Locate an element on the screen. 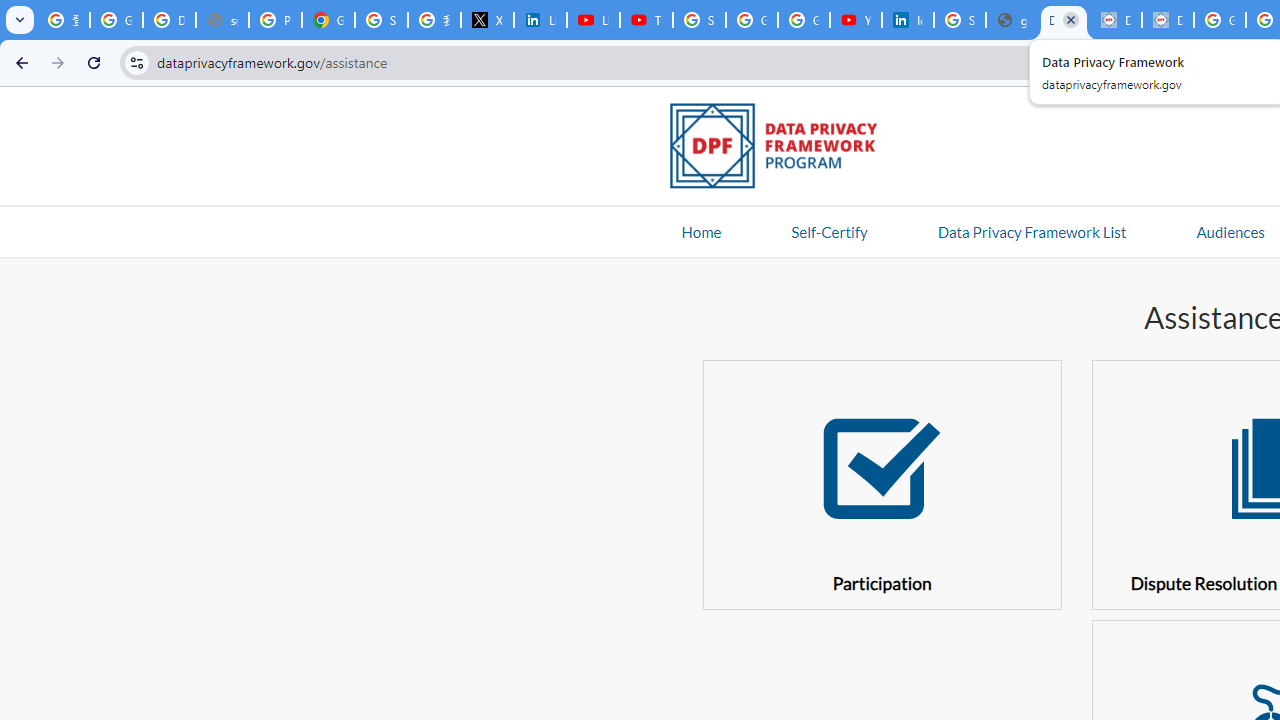 The width and height of the screenshot is (1280, 720). 'Data Privacy Framework List' is located at coordinates (1031, 230).